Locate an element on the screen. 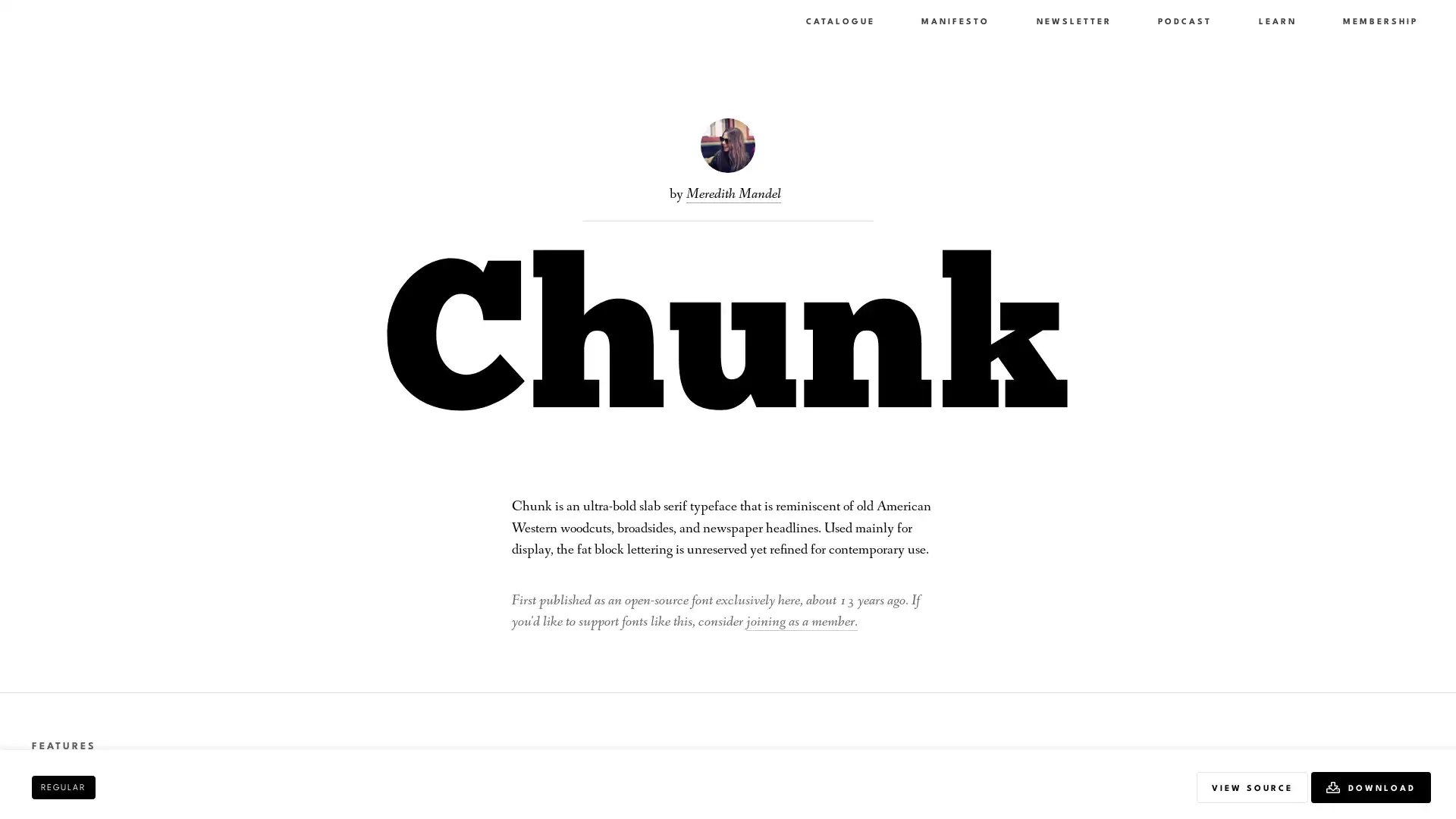 This screenshot has height=819, width=1456. REGULAR is located at coordinates (62, 786).